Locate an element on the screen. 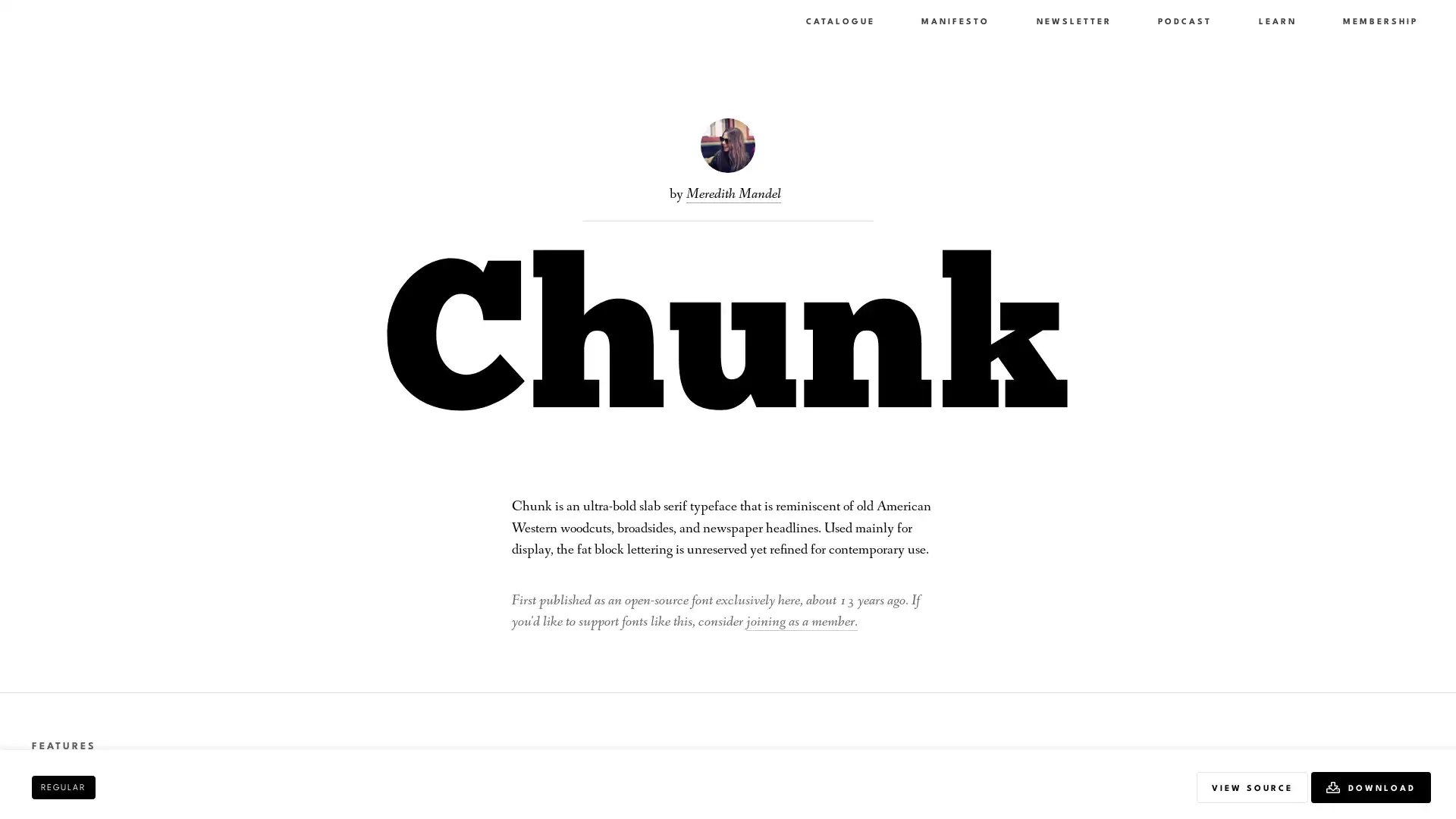 This screenshot has height=819, width=1456. REGULAR is located at coordinates (62, 786).